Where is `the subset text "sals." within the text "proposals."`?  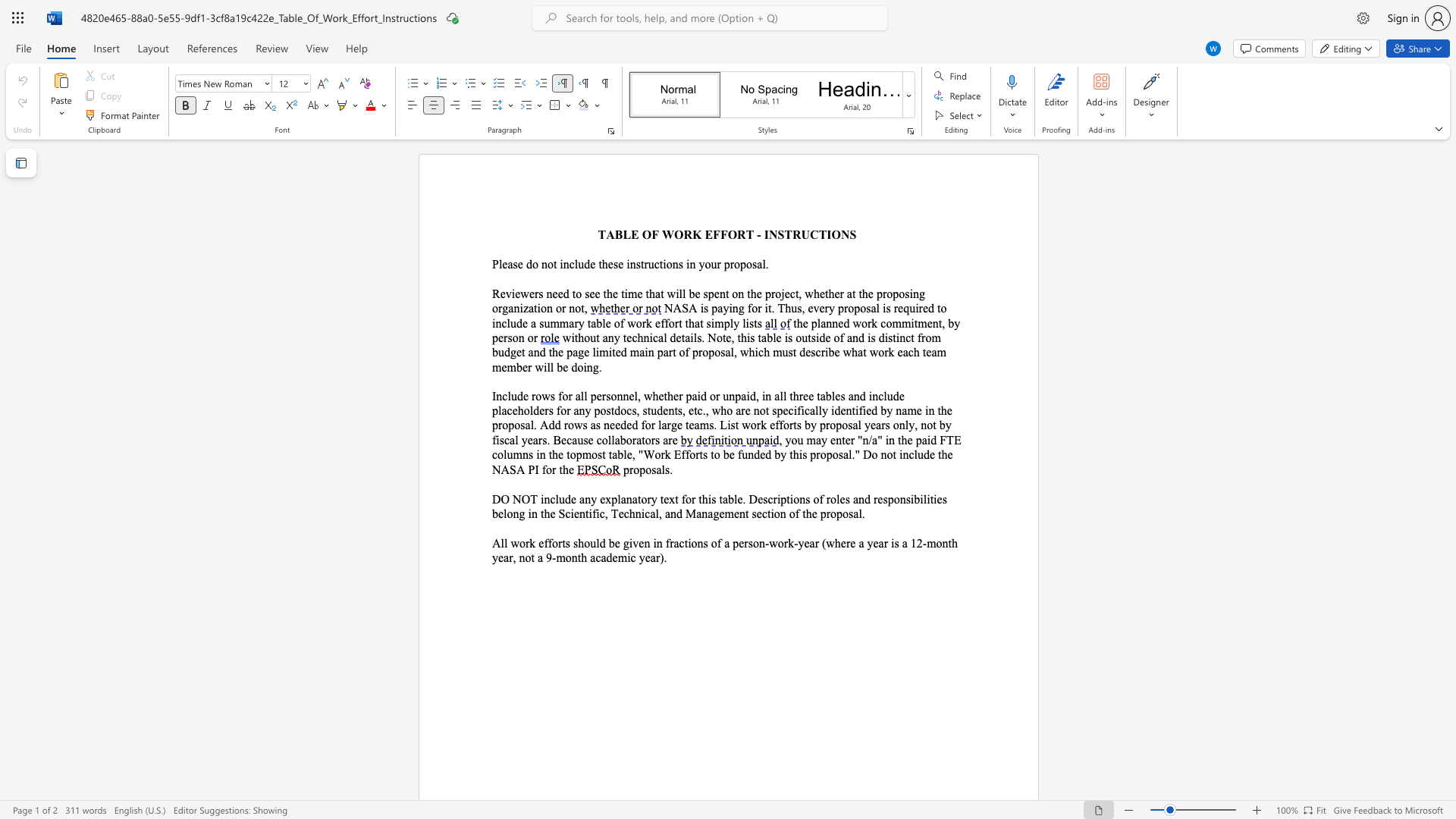
the subset text "sals." within the text "proposals." is located at coordinates (651, 469).